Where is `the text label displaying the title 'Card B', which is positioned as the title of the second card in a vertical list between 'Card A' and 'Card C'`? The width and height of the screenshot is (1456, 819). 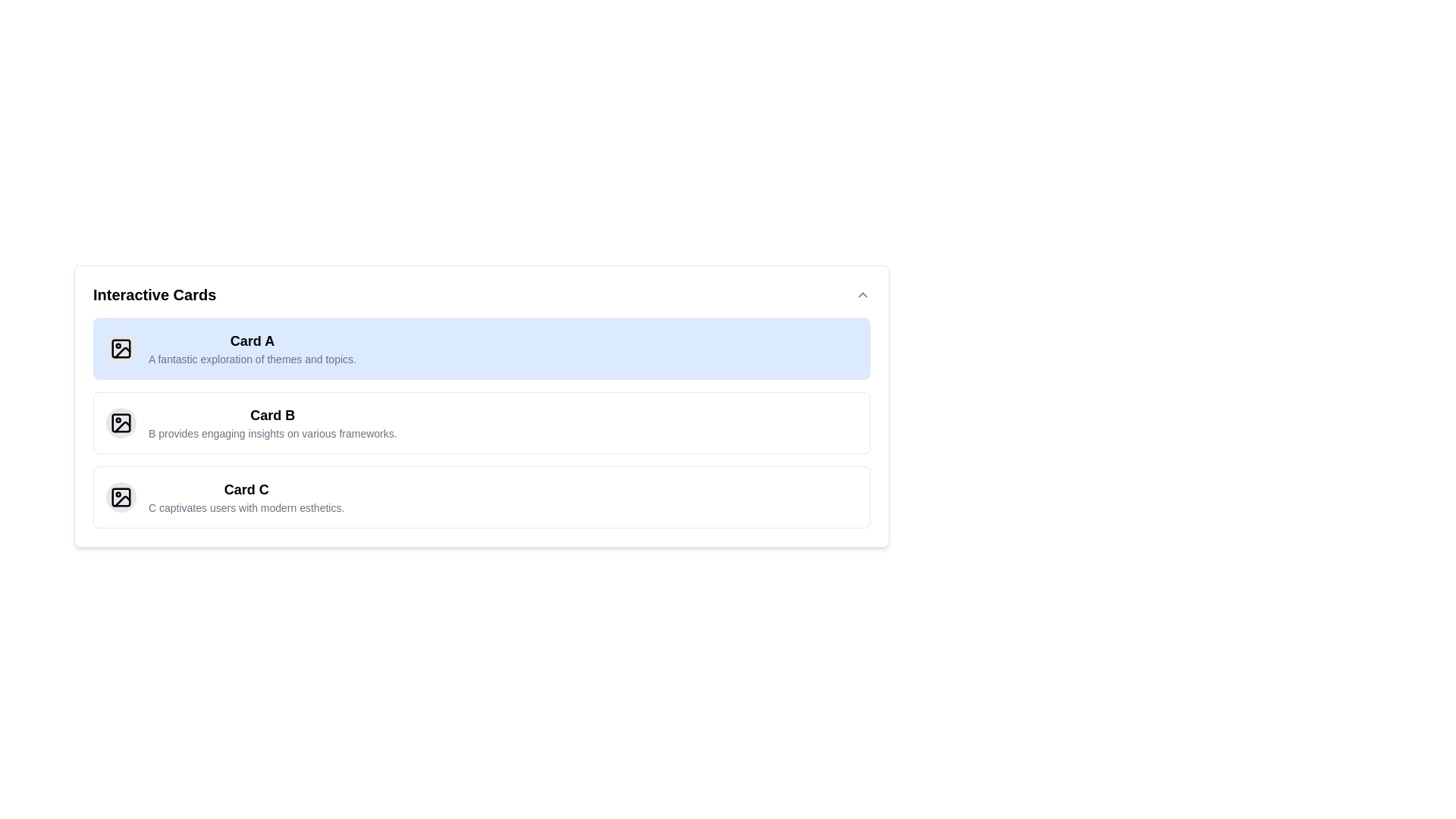 the text label displaying the title 'Card B', which is positioned as the title of the second card in a vertical list between 'Card A' and 'Card C' is located at coordinates (272, 415).